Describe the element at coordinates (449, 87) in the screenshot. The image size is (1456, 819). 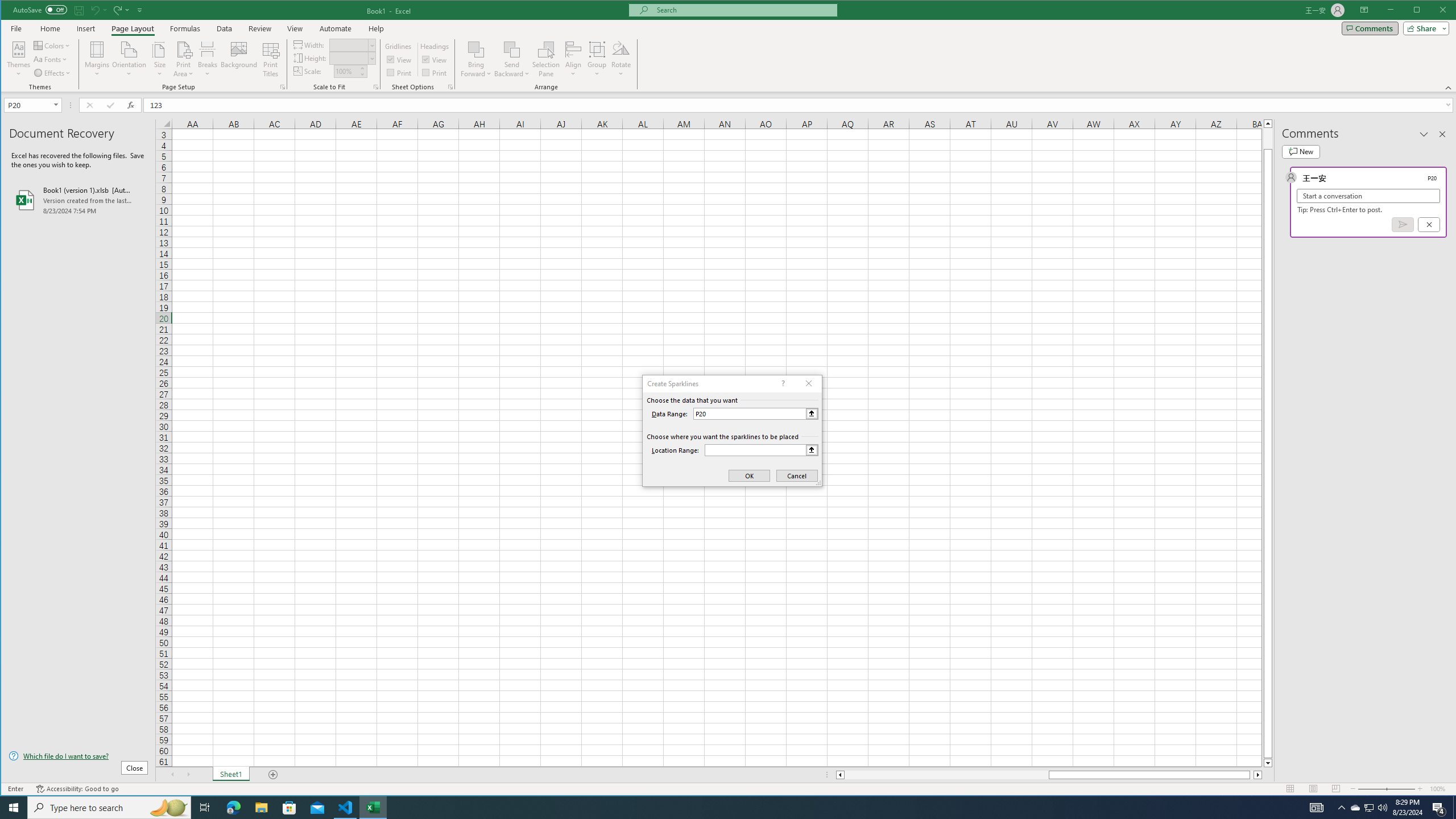
I see `'Sheet Options'` at that location.